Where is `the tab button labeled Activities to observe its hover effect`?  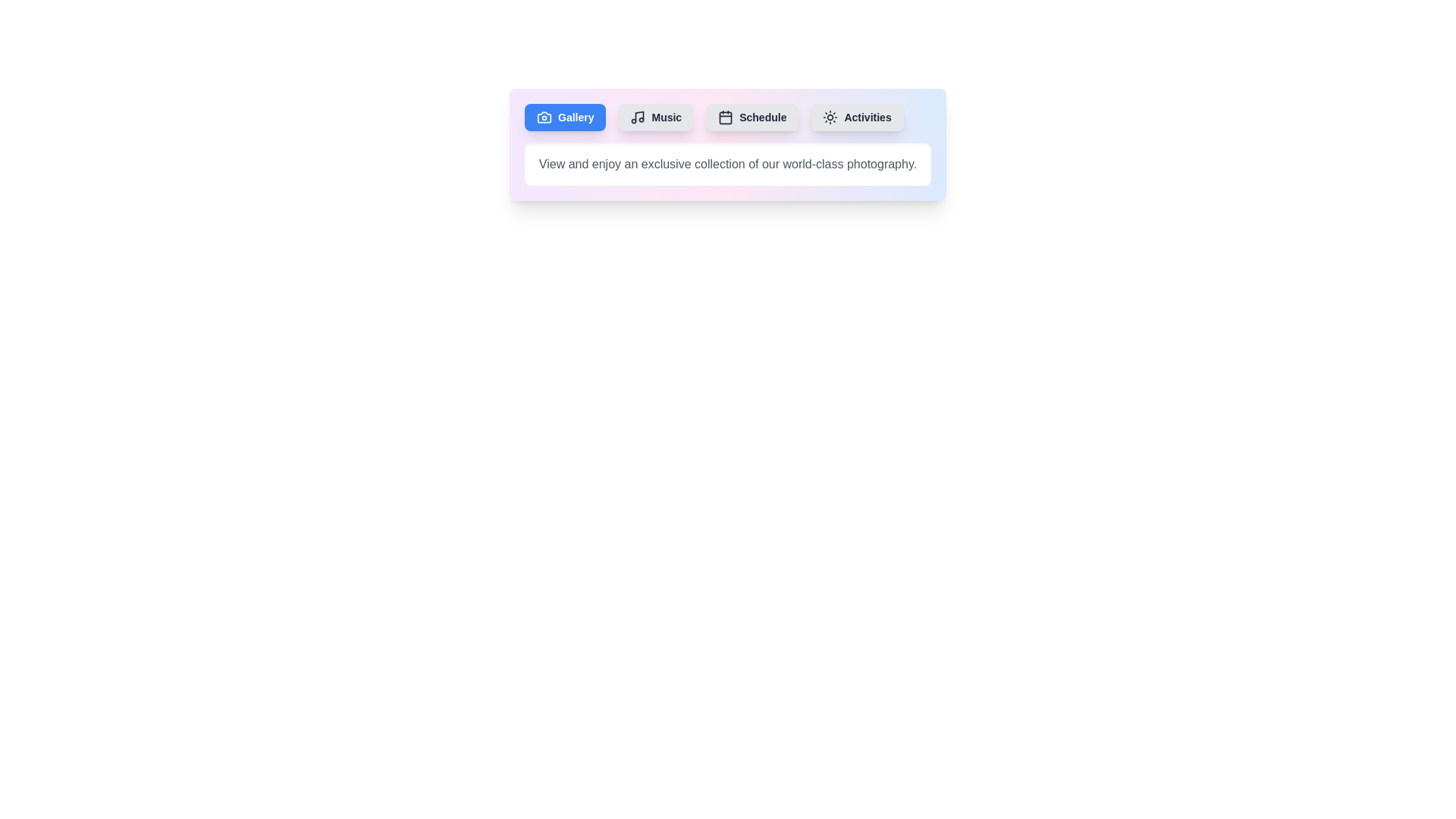
the tab button labeled Activities to observe its hover effect is located at coordinates (857, 116).